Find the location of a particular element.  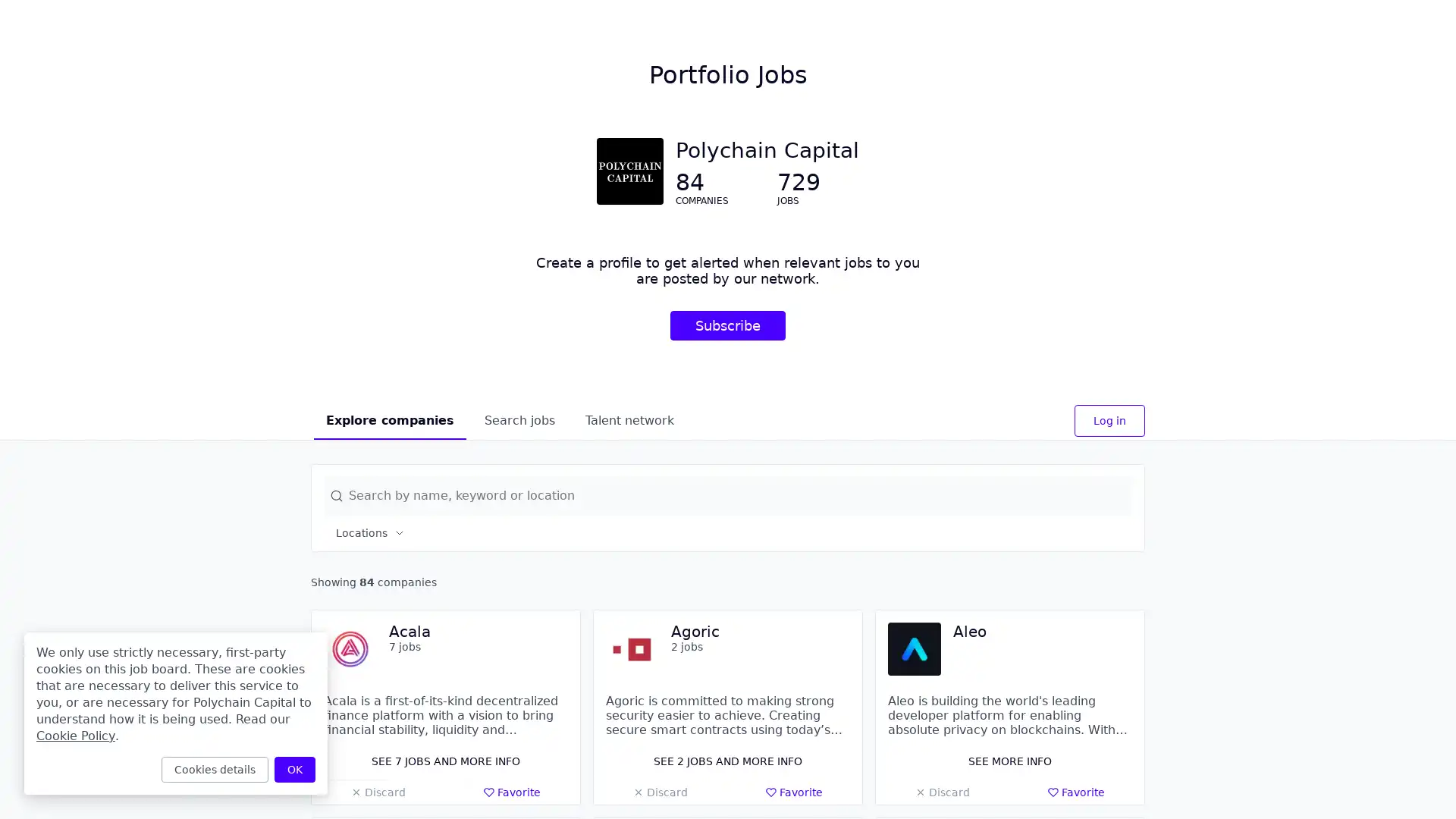

Discard is located at coordinates (378, 792).